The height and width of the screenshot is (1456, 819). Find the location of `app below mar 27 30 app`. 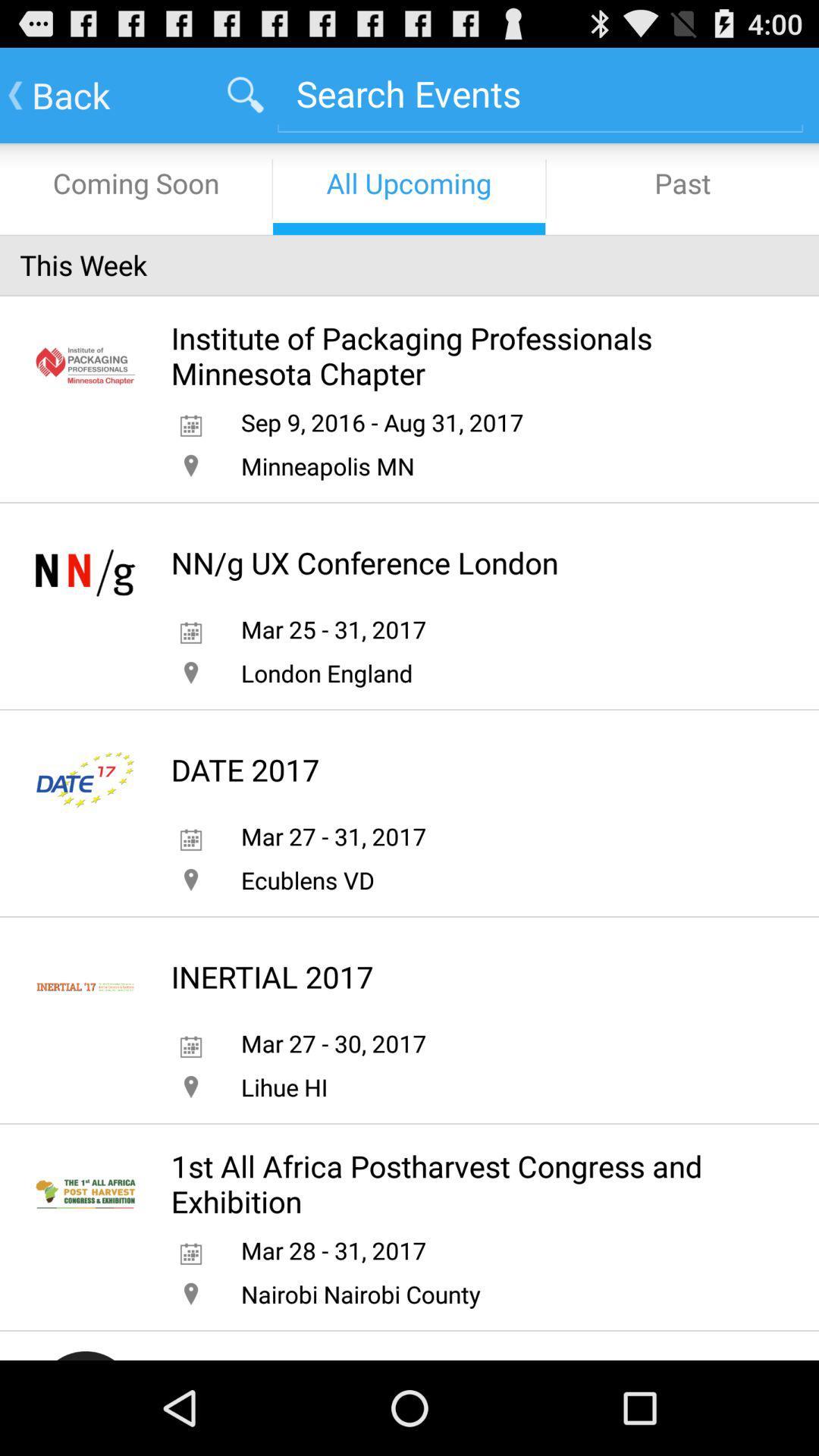

app below mar 27 30 app is located at coordinates (284, 1086).